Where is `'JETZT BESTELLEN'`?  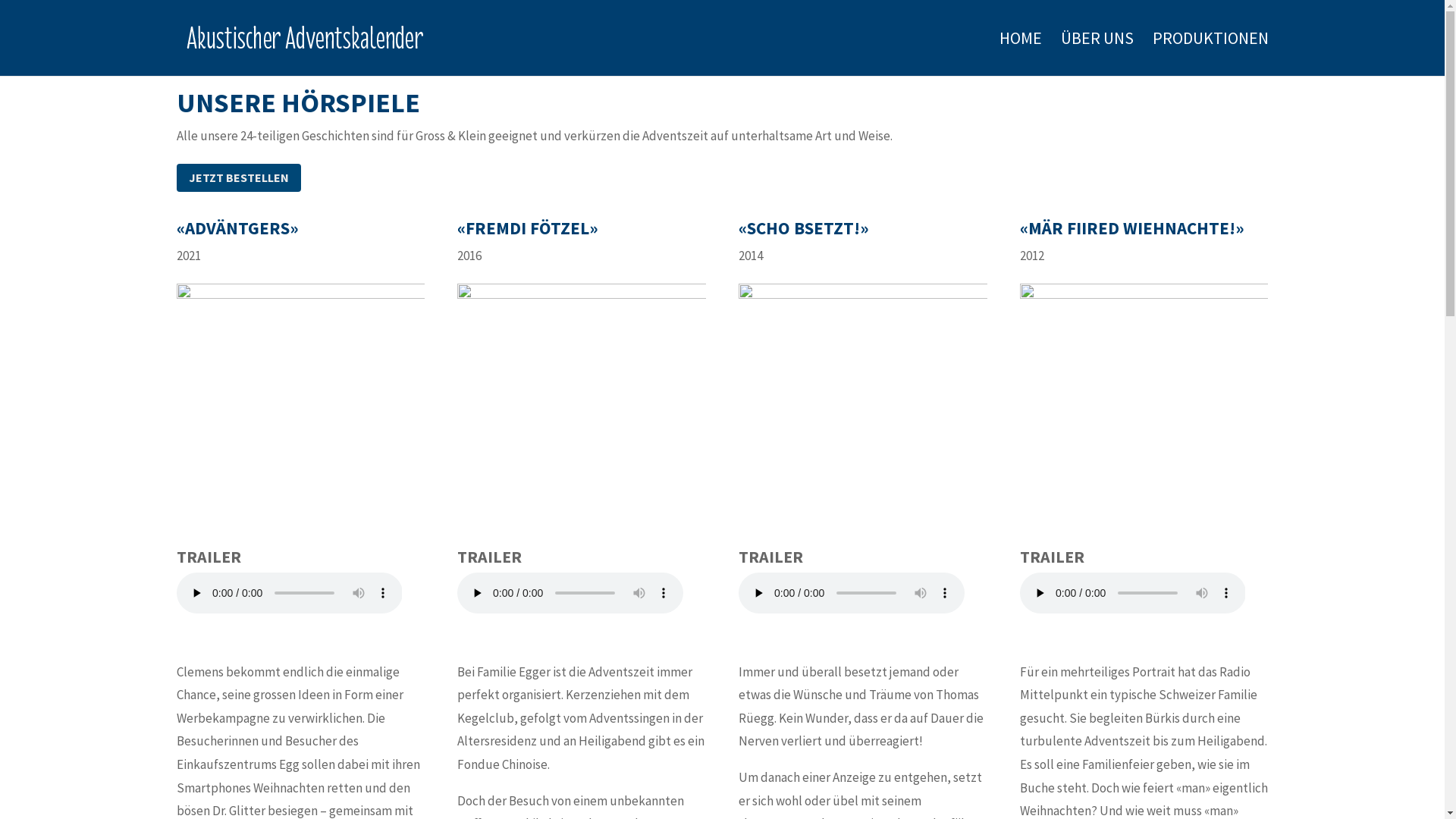 'JETZT BESTELLEN' is located at coordinates (237, 177).